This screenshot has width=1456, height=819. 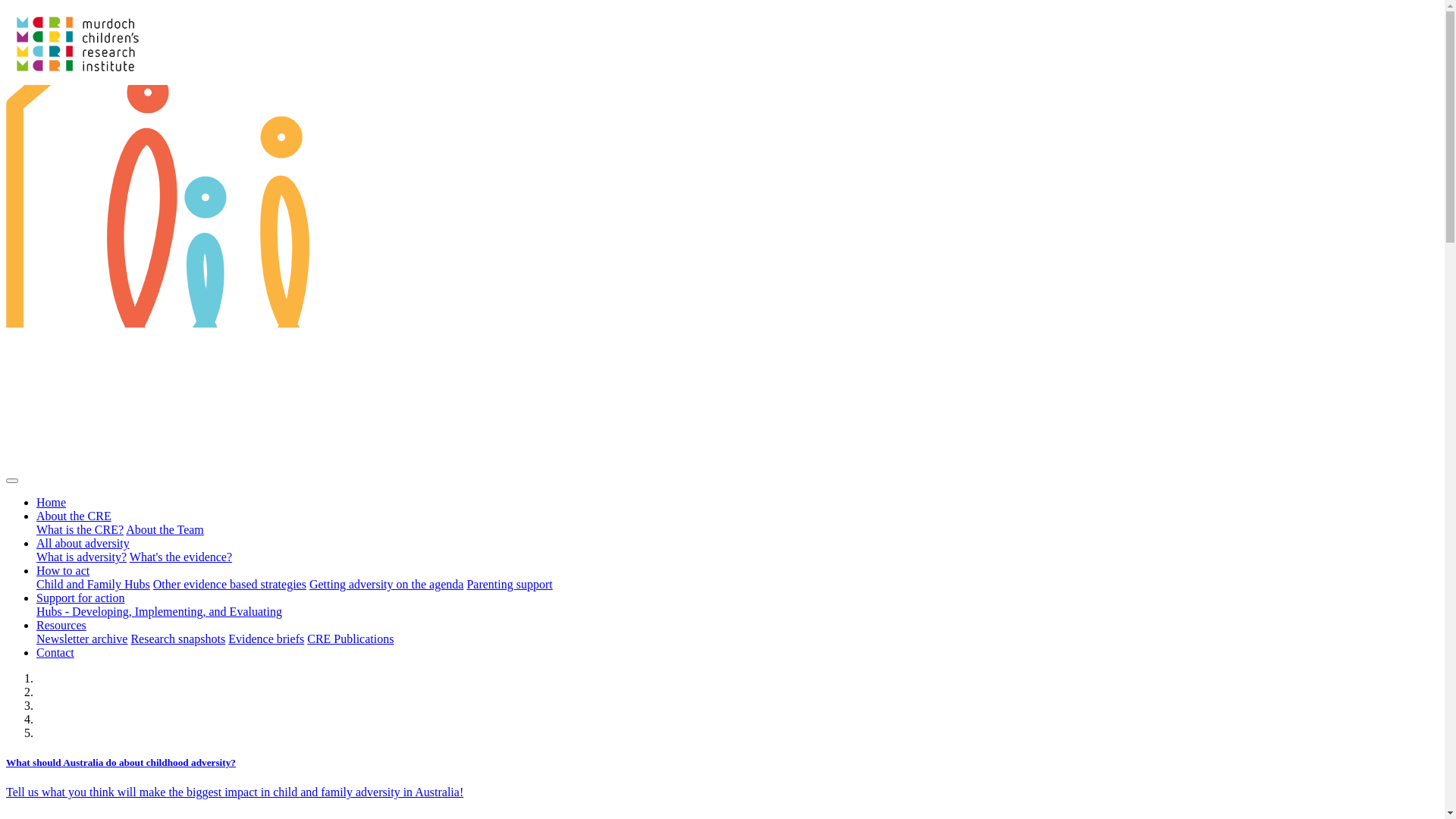 I want to click on 'CRE Publications', so click(x=349, y=639).